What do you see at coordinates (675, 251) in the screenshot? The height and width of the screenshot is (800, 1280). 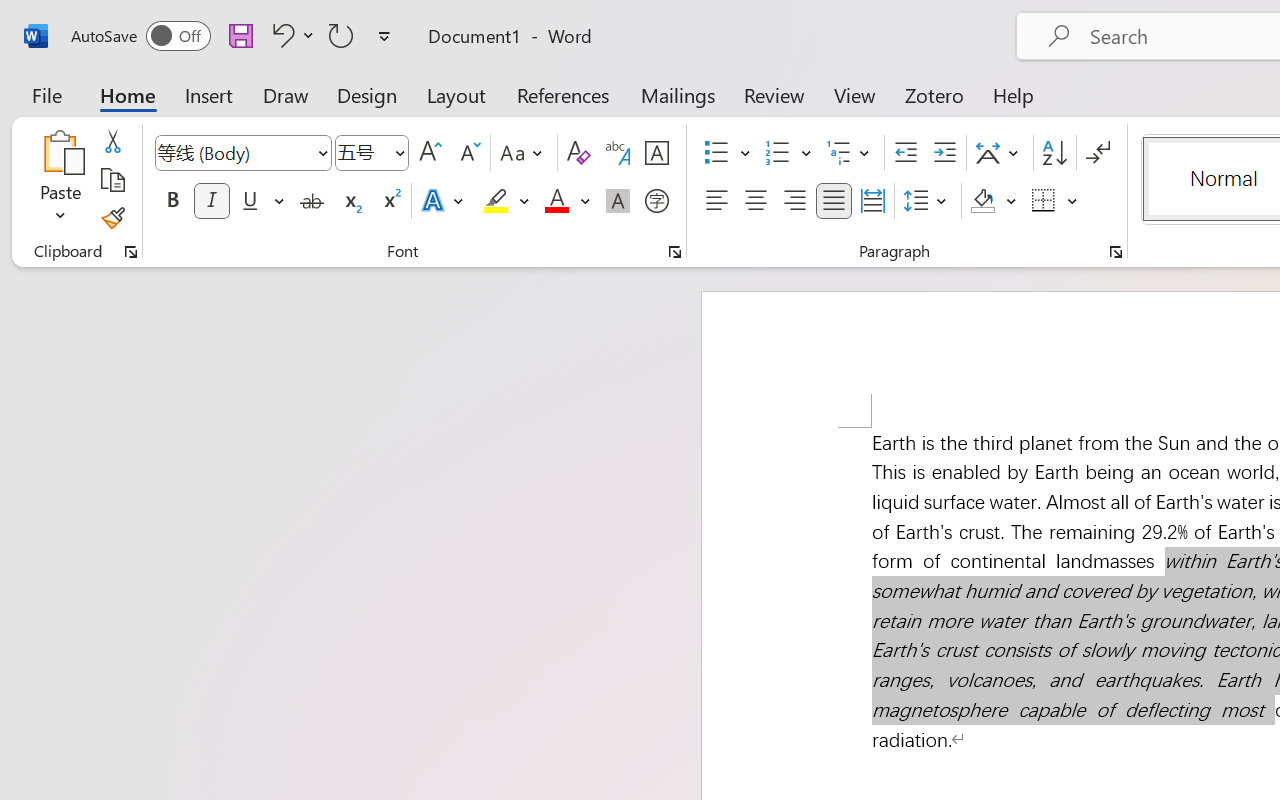 I see `'Font...'` at bounding box center [675, 251].